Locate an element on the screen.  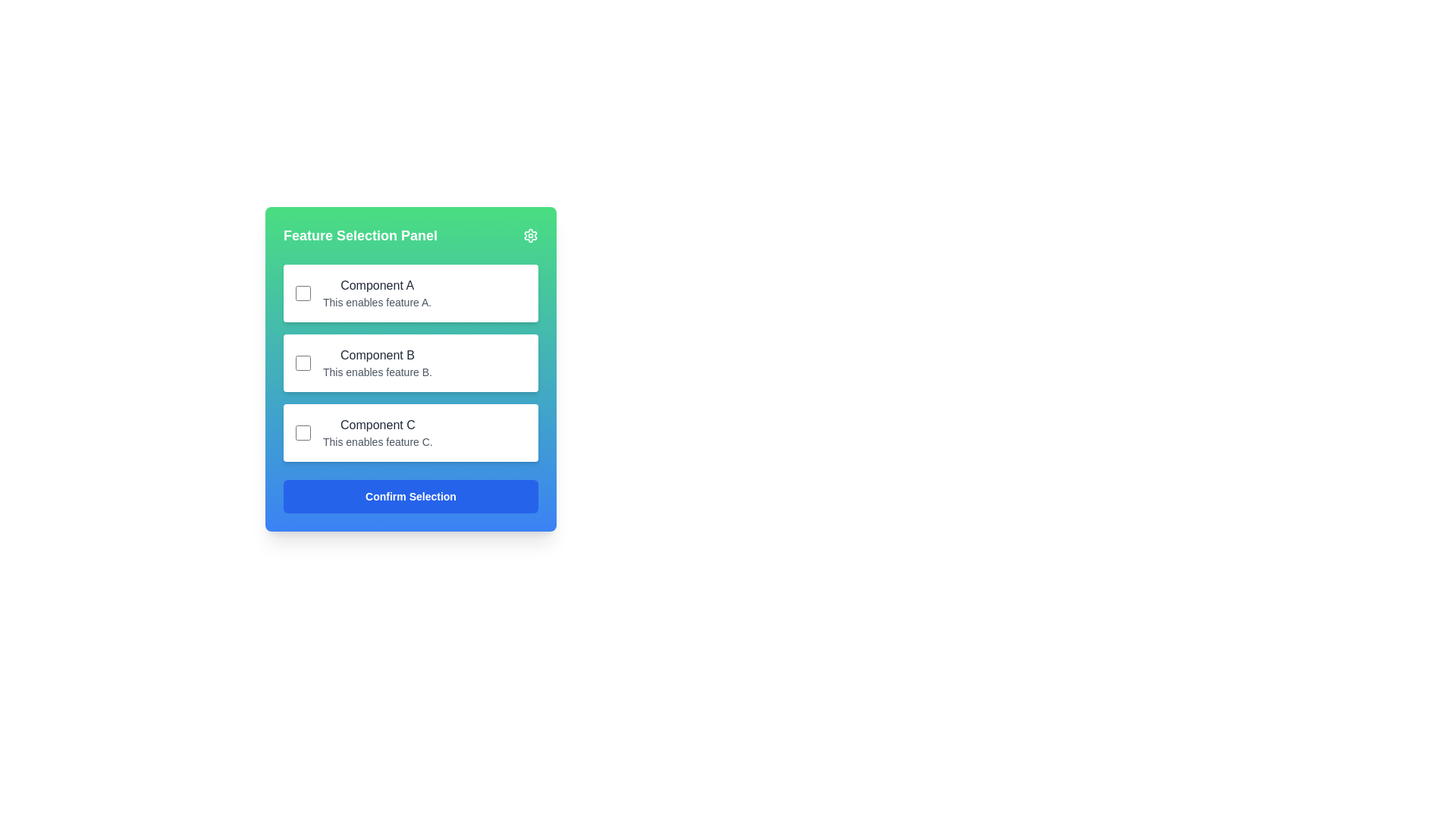
the settings icon located at the top-right corner of the 'Feature Selection Panel' is located at coordinates (531, 236).